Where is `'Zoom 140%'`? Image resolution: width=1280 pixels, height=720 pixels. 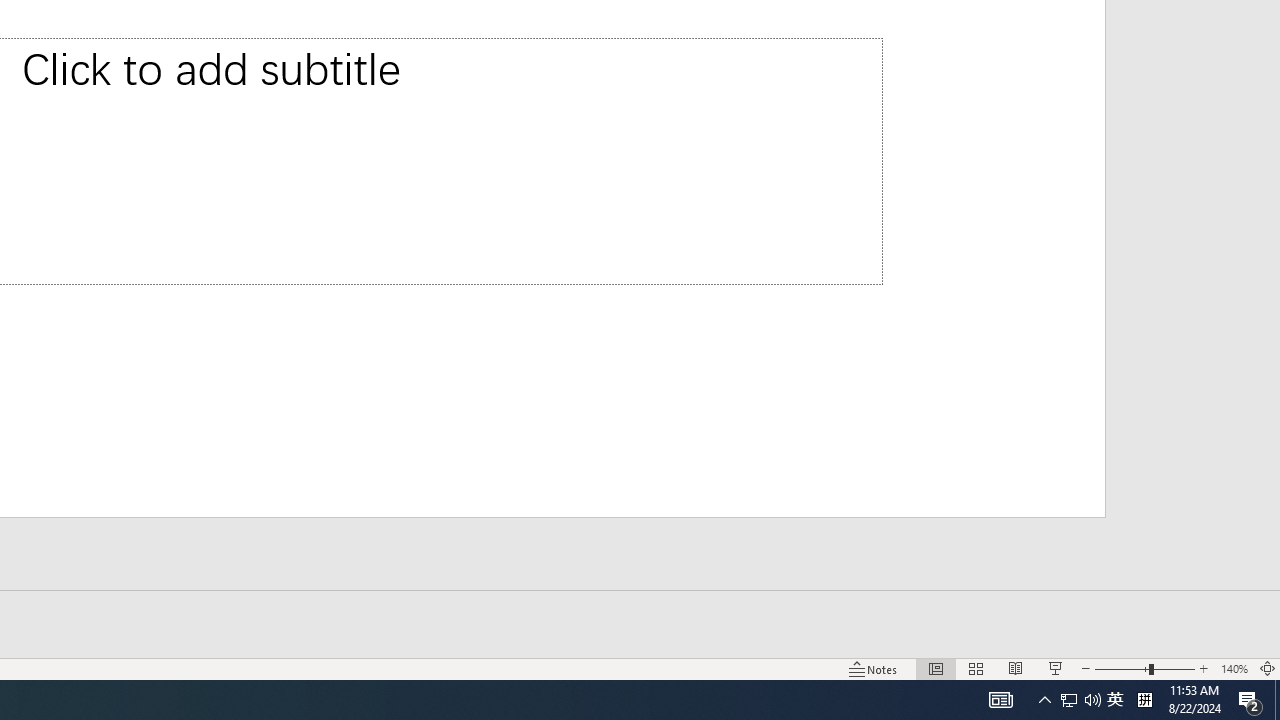 'Zoom 140%' is located at coordinates (1233, 669).